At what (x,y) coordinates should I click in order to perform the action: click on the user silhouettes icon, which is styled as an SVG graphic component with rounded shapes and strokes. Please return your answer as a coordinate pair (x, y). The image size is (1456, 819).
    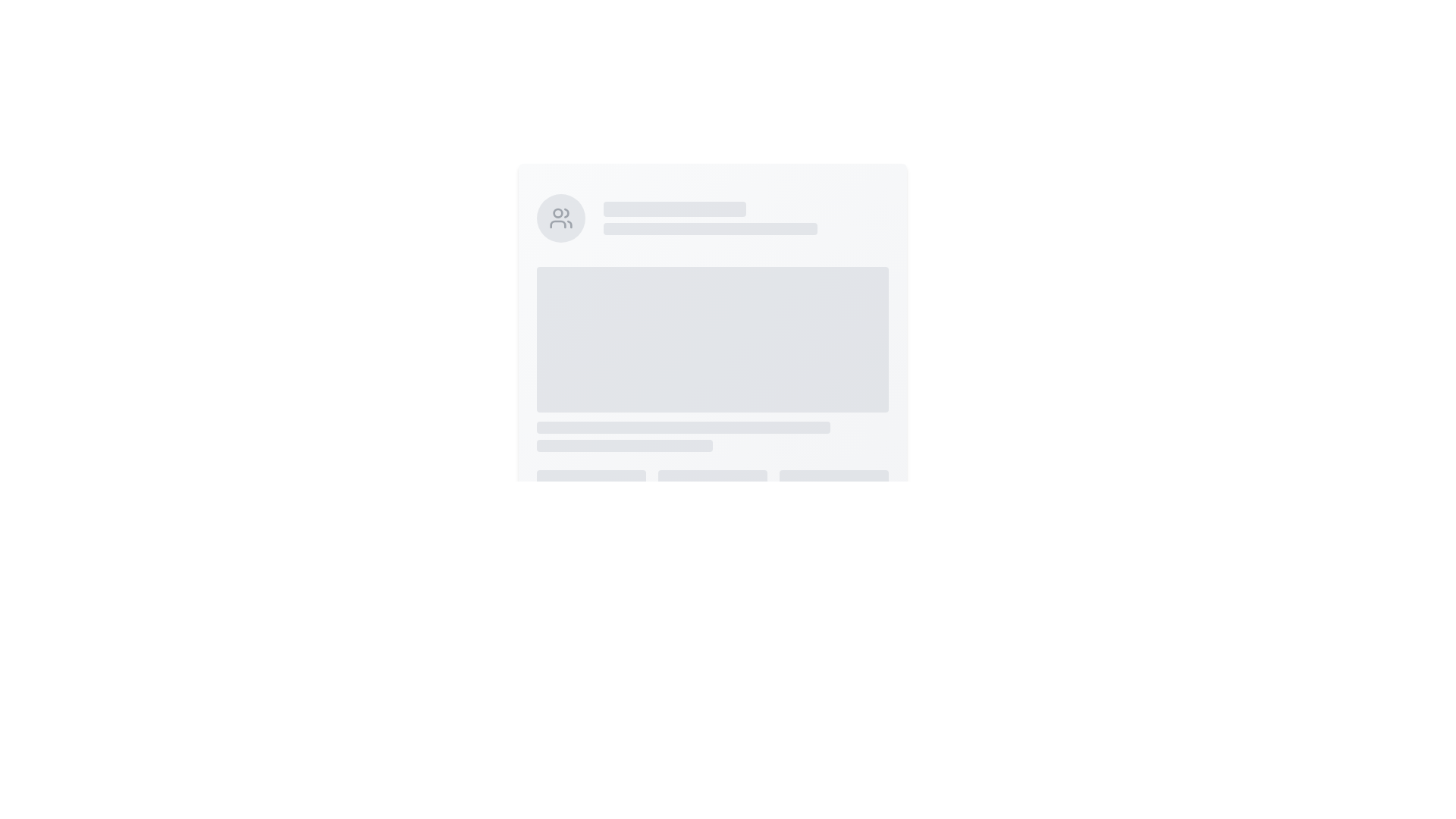
    Looking at the image, I should click on (560, 218).